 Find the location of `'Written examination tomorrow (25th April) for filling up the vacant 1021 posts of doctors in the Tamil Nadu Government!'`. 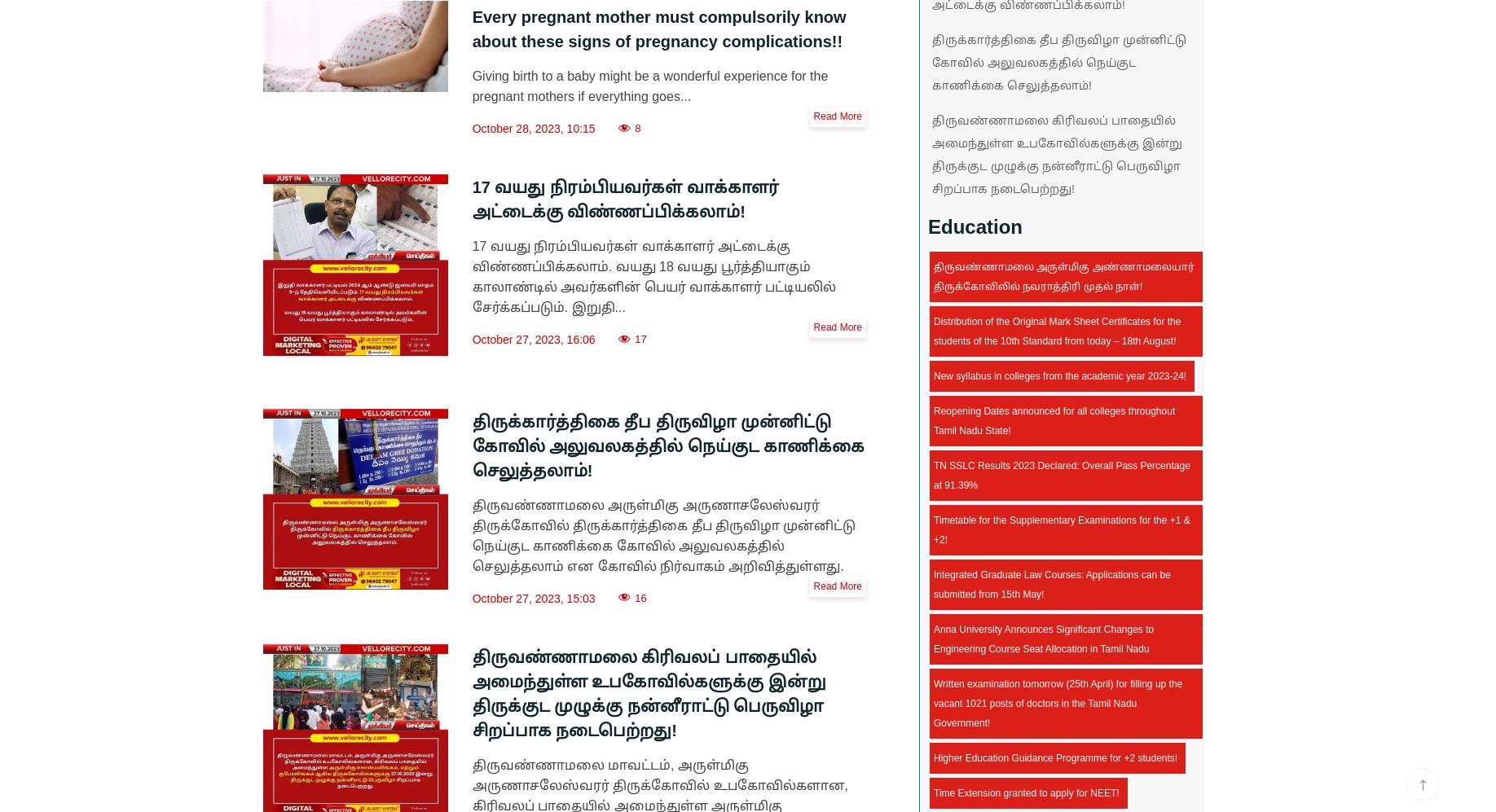

'Written examination tomorrow (25th April) for filling up the vacant 1021 posts of doctors in the Tamil Nadu Government!' is located at coordinates (934, 703).